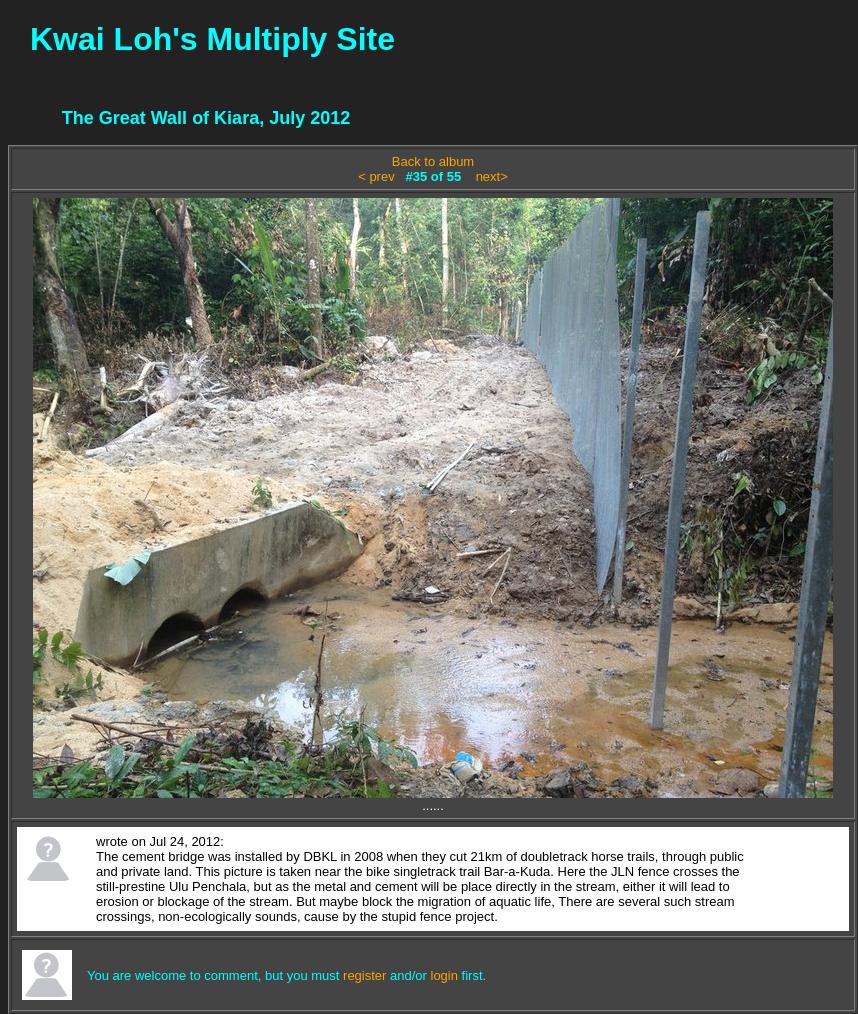  What do you see at coordinates (158, 841) in the screenshot?
I see `'wrote on Jul 24, 2012:'` at bounding box center [158, 841].